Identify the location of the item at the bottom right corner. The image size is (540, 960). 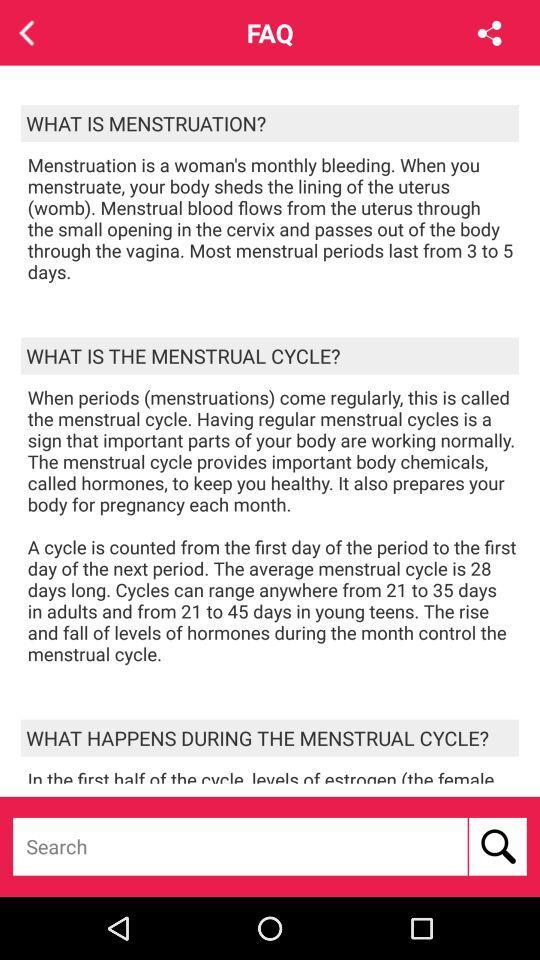
(496, 845).